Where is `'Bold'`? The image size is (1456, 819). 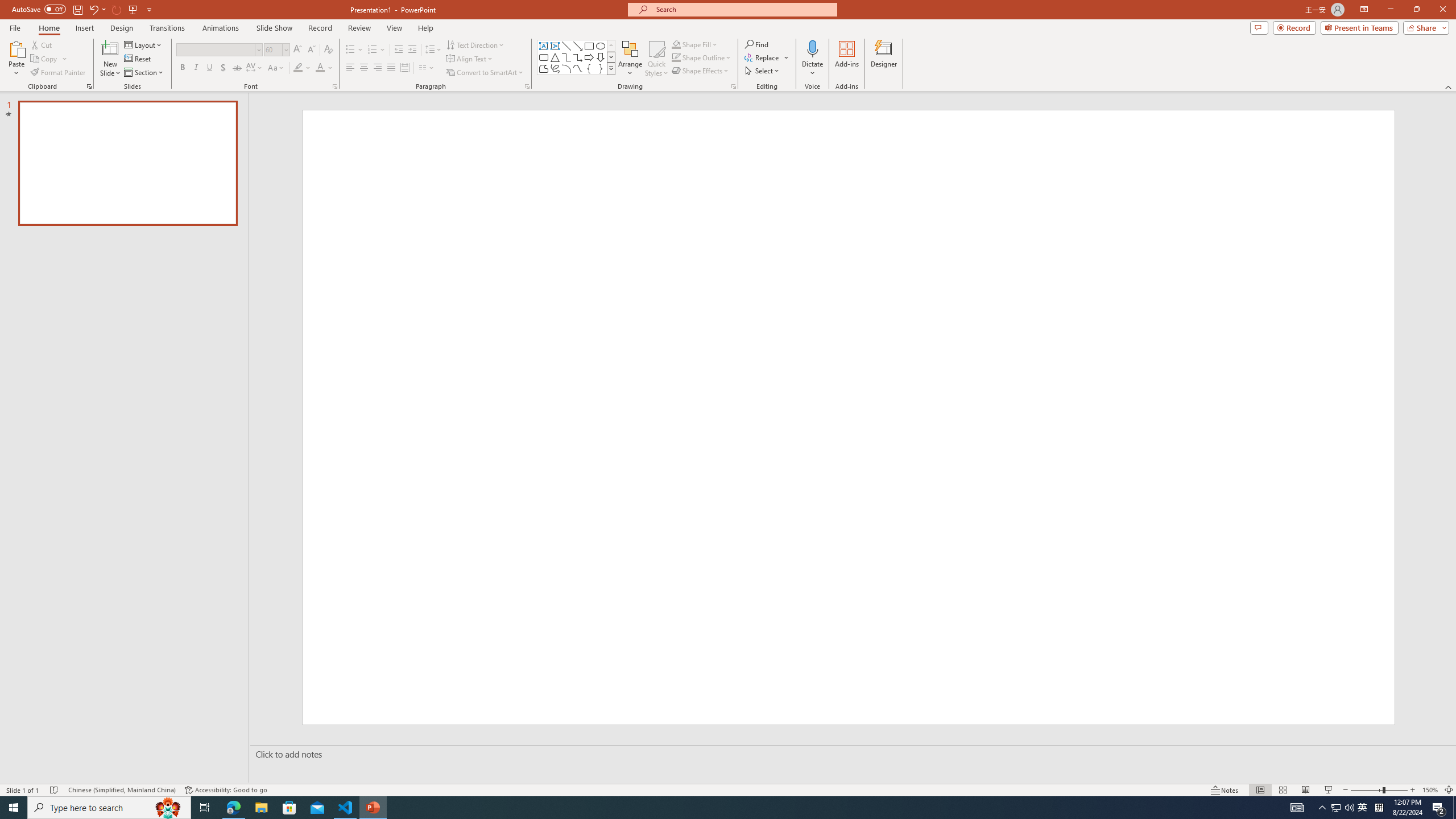
'Bold' is located at coordinates (183, 67).